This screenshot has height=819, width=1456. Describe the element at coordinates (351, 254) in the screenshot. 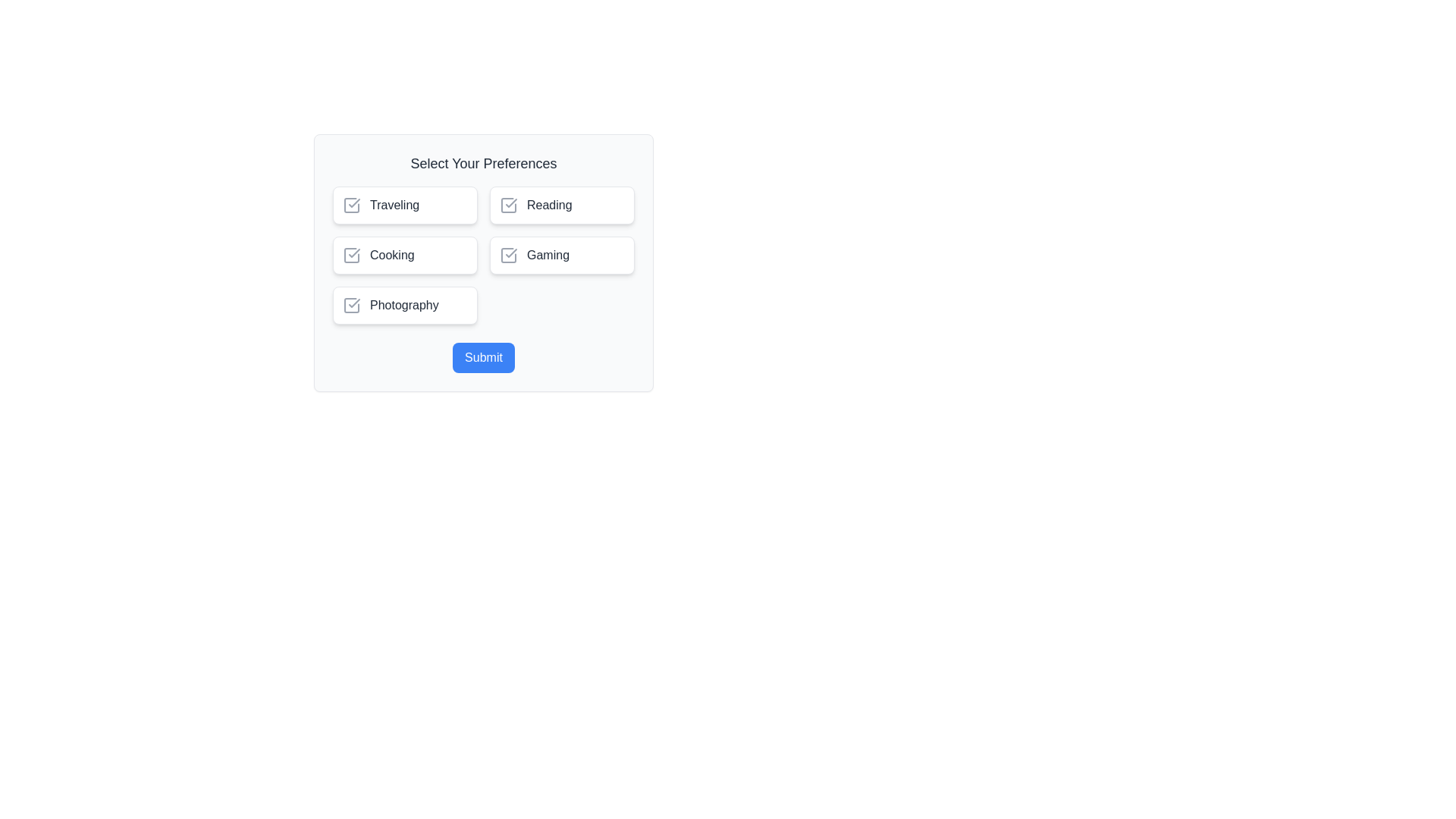

I see `the checkbox for the 'Cooking' preference` at that location.